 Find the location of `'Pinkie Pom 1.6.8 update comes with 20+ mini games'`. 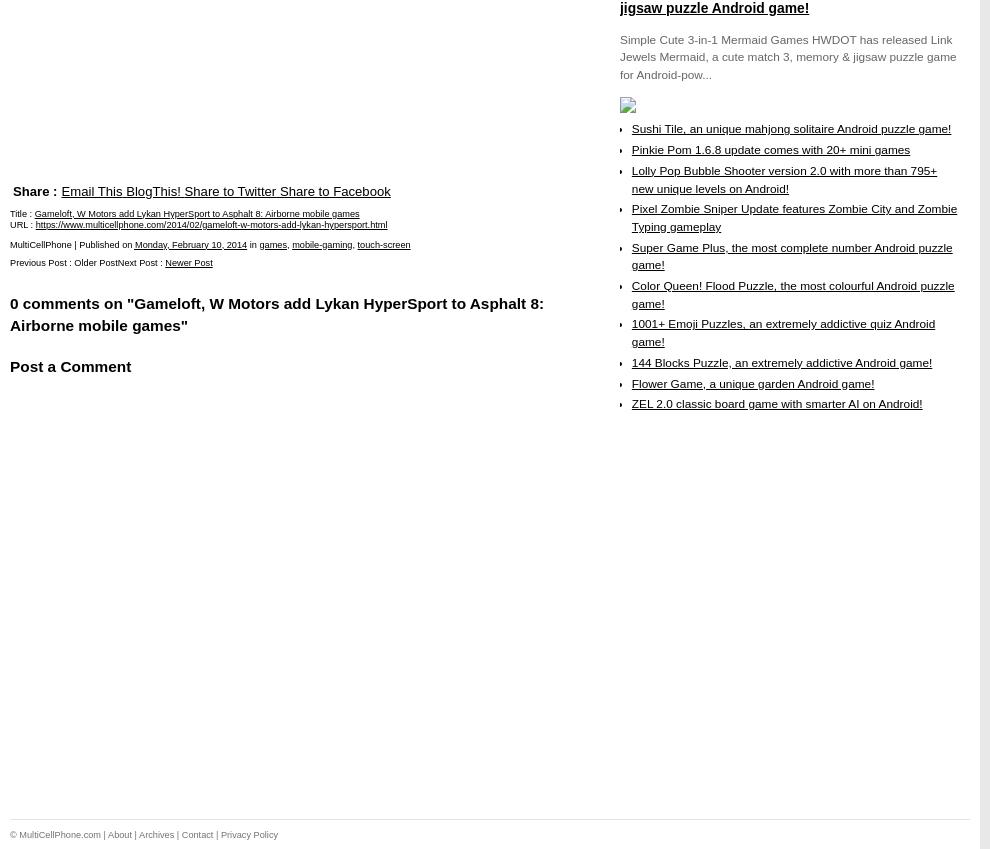

'Pinkie Pom 1.6.8 update comes with 20+ mini games' is located at coordinates (770, 150).